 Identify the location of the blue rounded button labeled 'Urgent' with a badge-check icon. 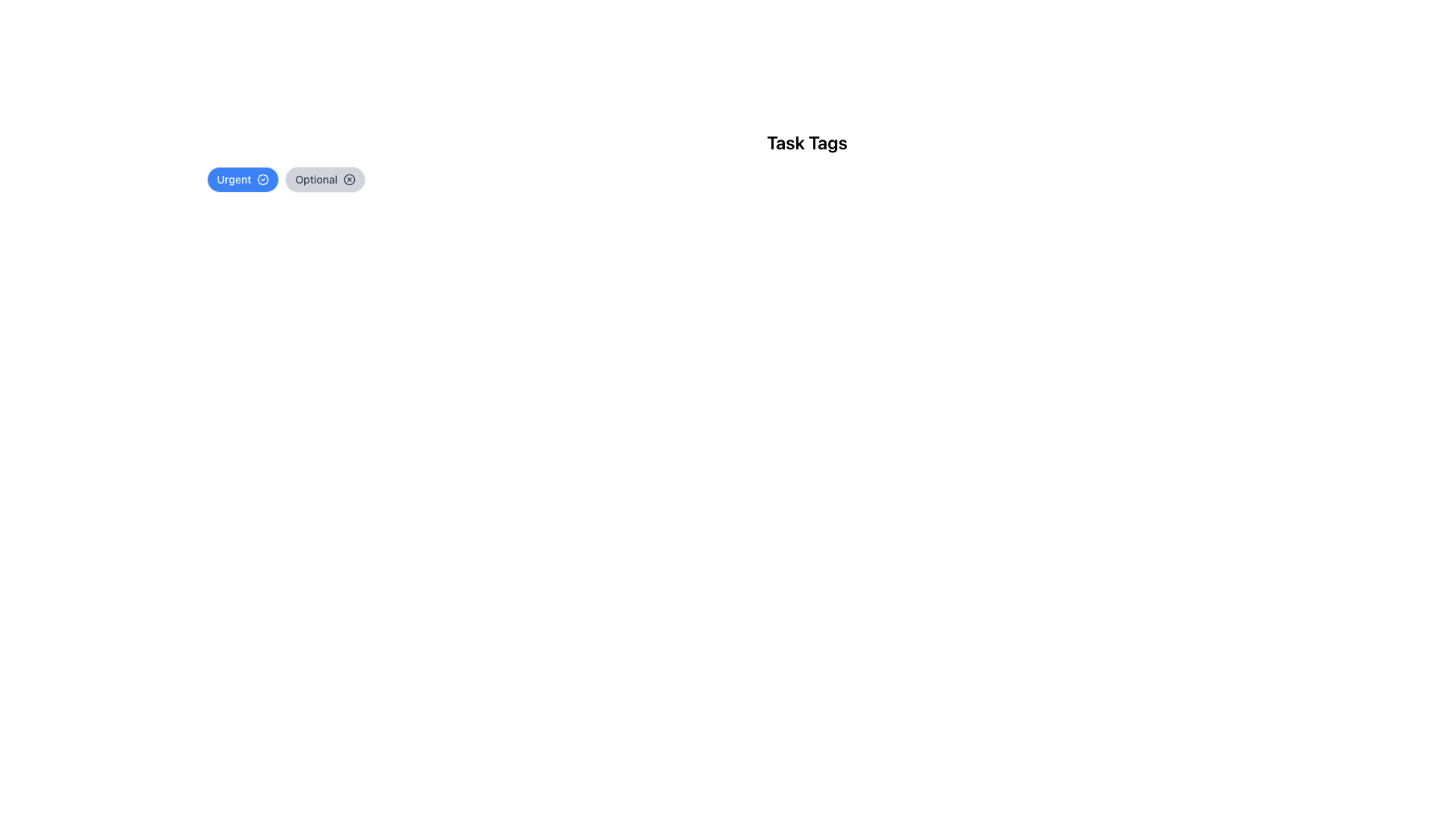
(243, 178).